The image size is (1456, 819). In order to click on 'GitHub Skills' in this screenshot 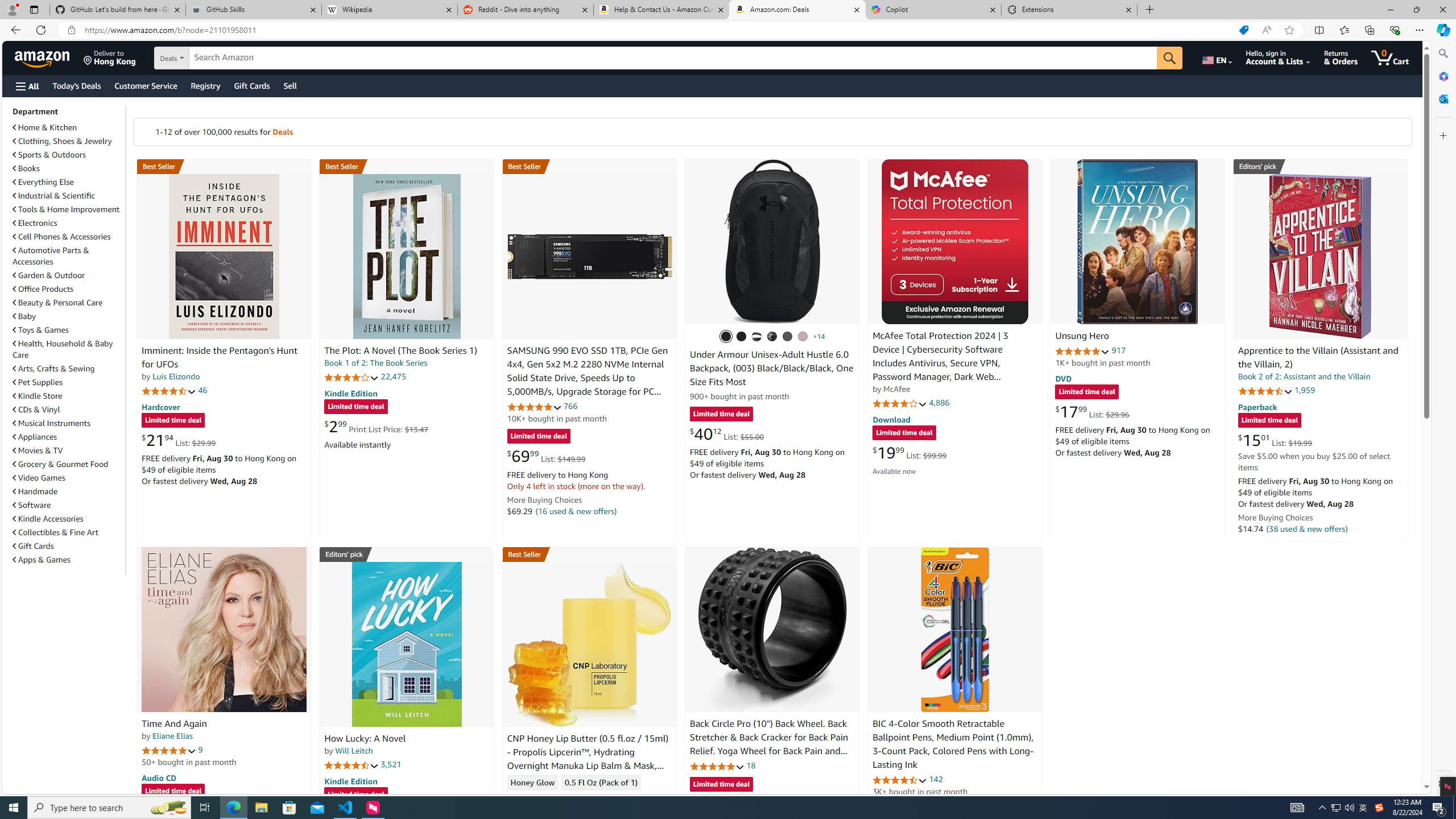, I will do `click(253, 9)`.